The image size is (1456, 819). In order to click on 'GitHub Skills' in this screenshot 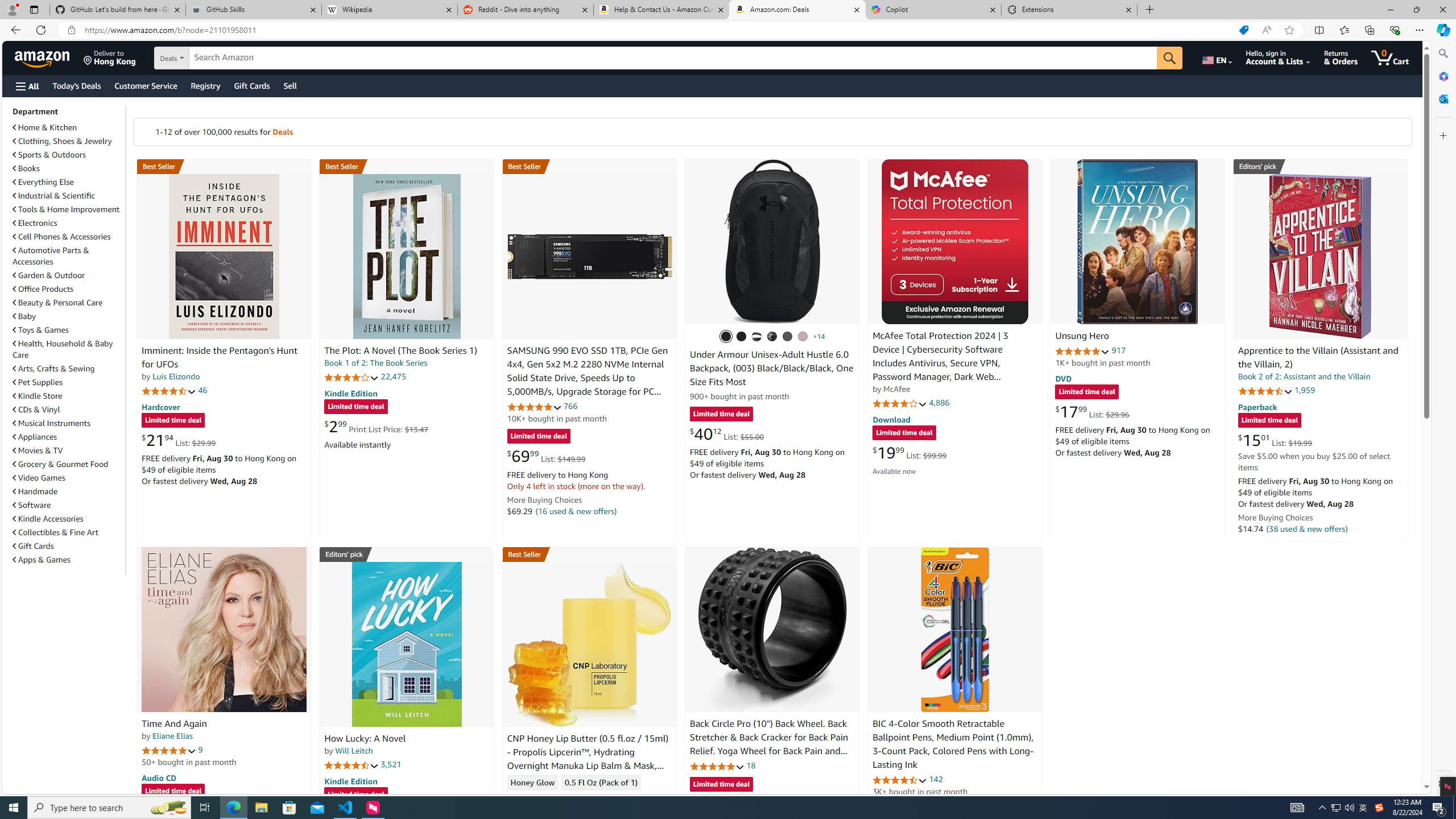, I will do `click(253, 9)`.